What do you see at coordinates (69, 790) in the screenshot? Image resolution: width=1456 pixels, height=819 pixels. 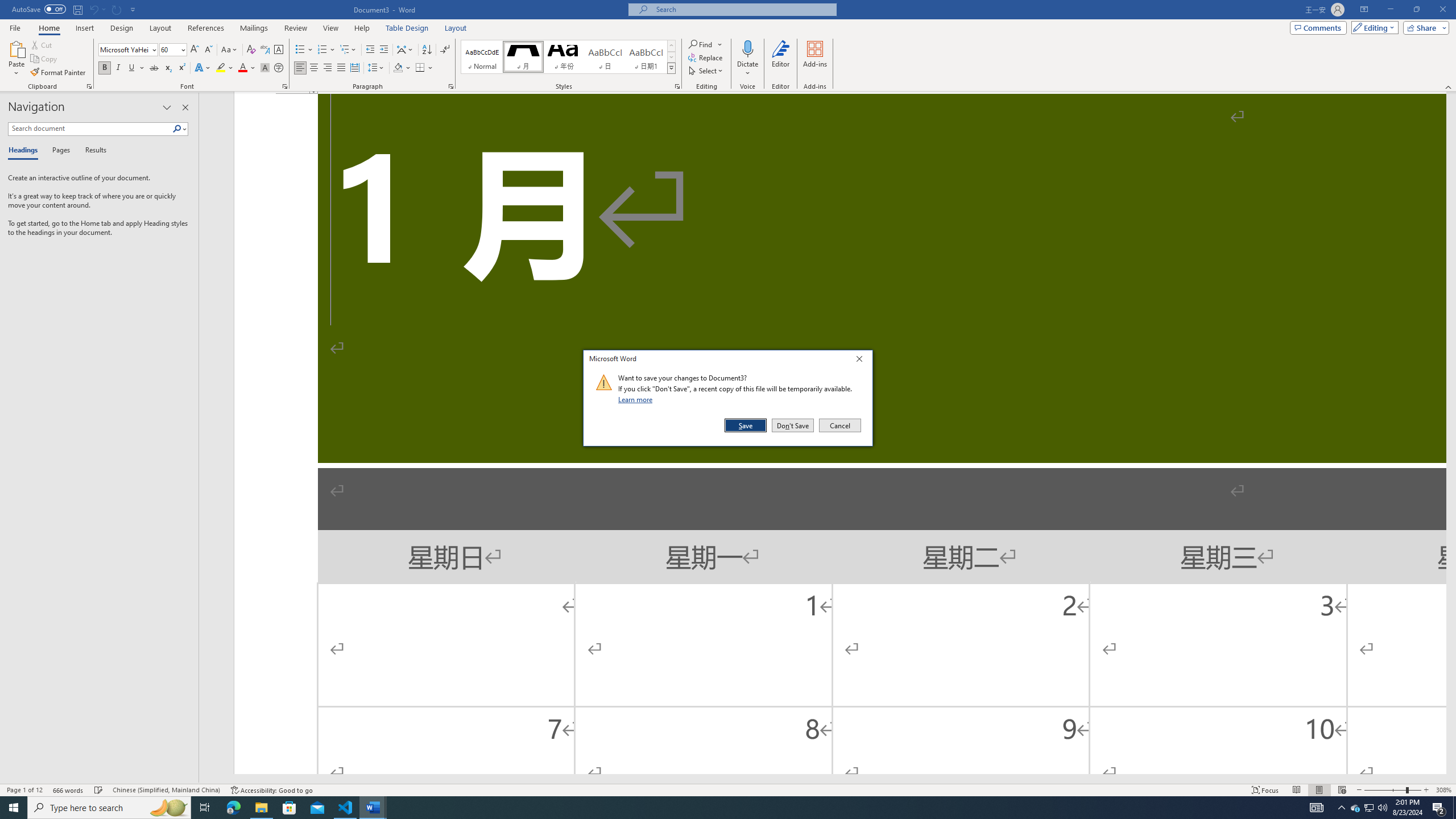 I see `'Word Count 666 words'` at bounding box center [69, 790].